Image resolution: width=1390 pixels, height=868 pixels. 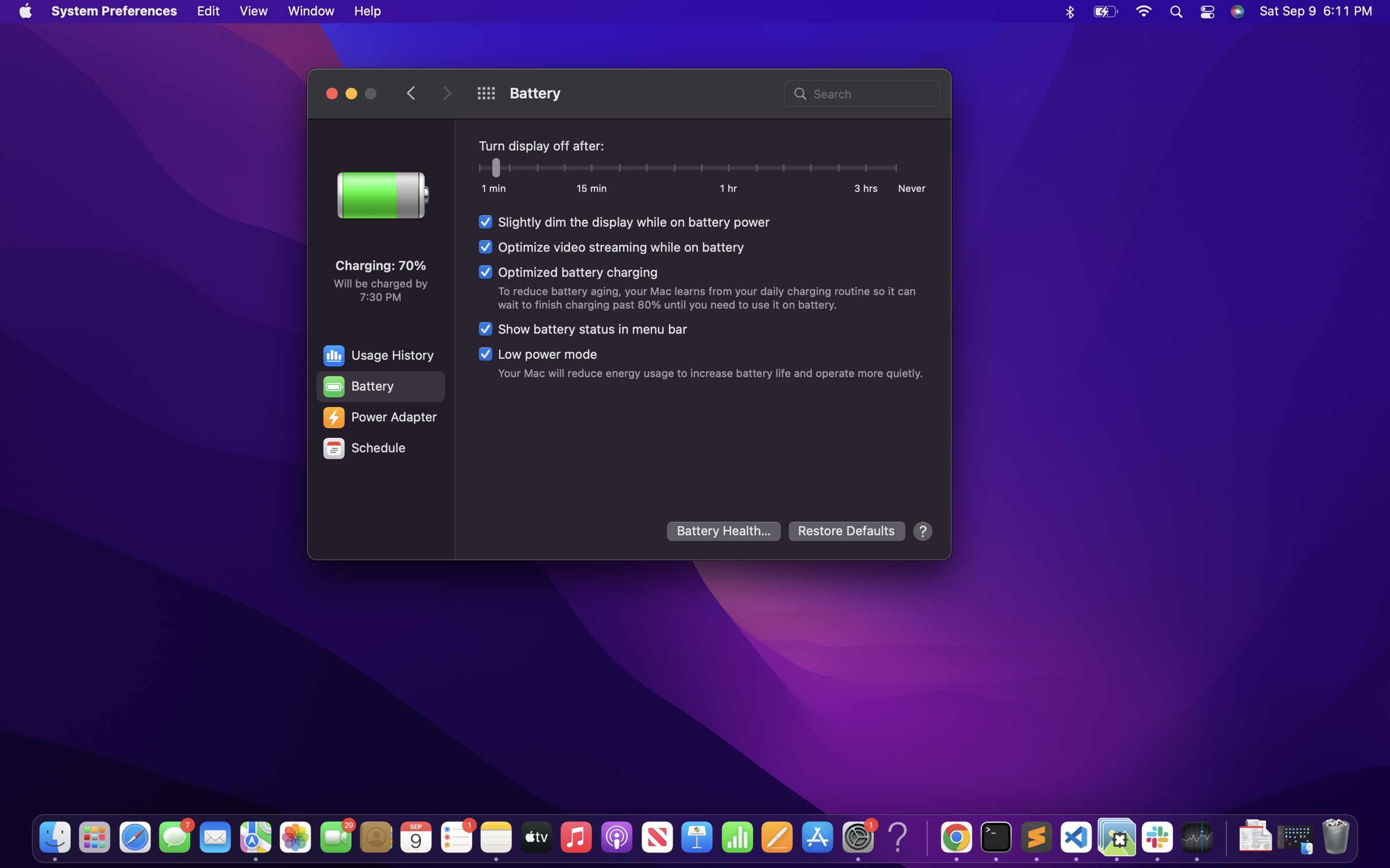 What do you see at coordinates (412, 92) in the screenshot?
I see `Return to the preceding page of settings` at bounding box center [412, 92].